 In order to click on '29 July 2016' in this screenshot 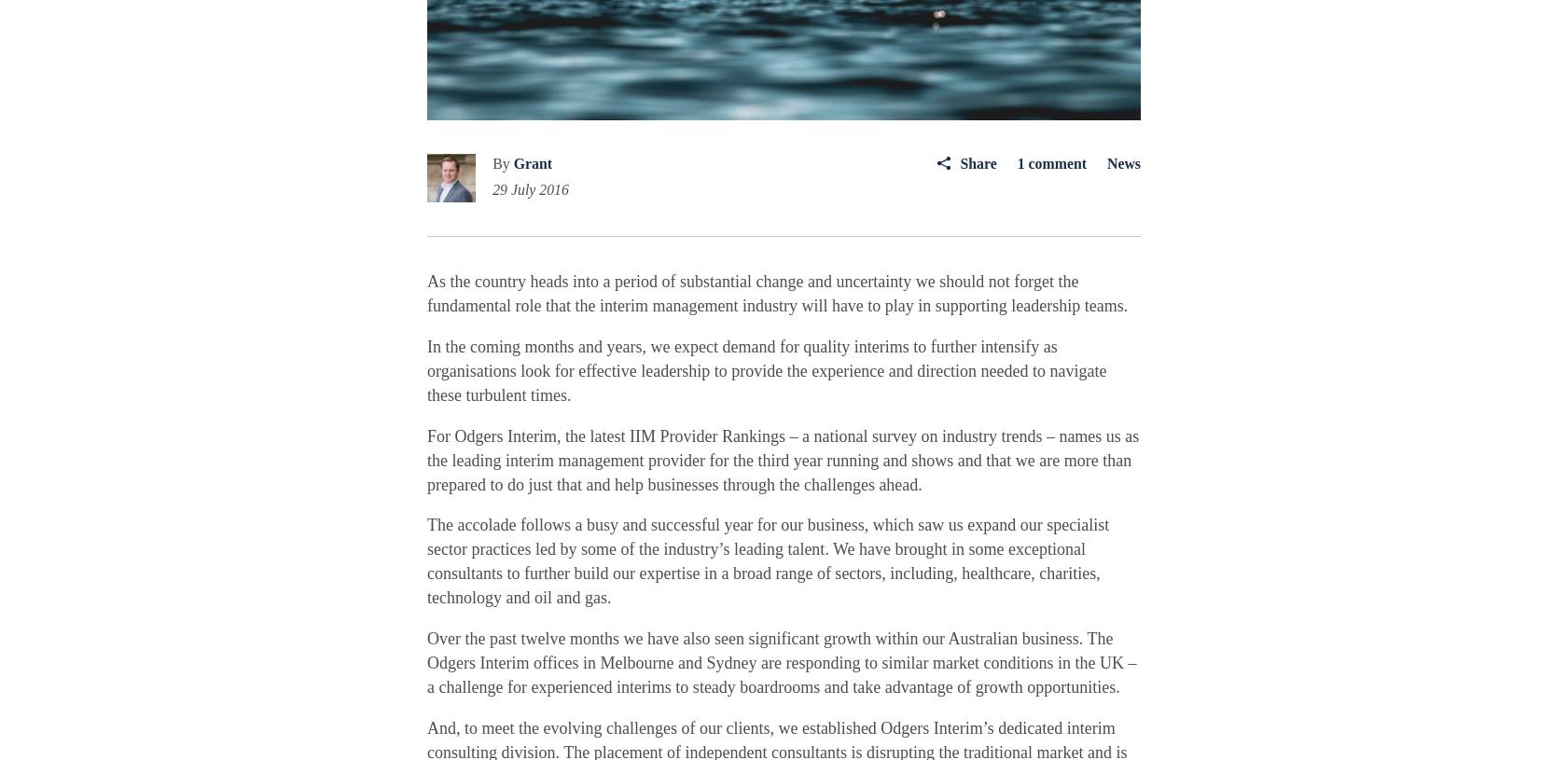, I will do `click(492, 189)`.